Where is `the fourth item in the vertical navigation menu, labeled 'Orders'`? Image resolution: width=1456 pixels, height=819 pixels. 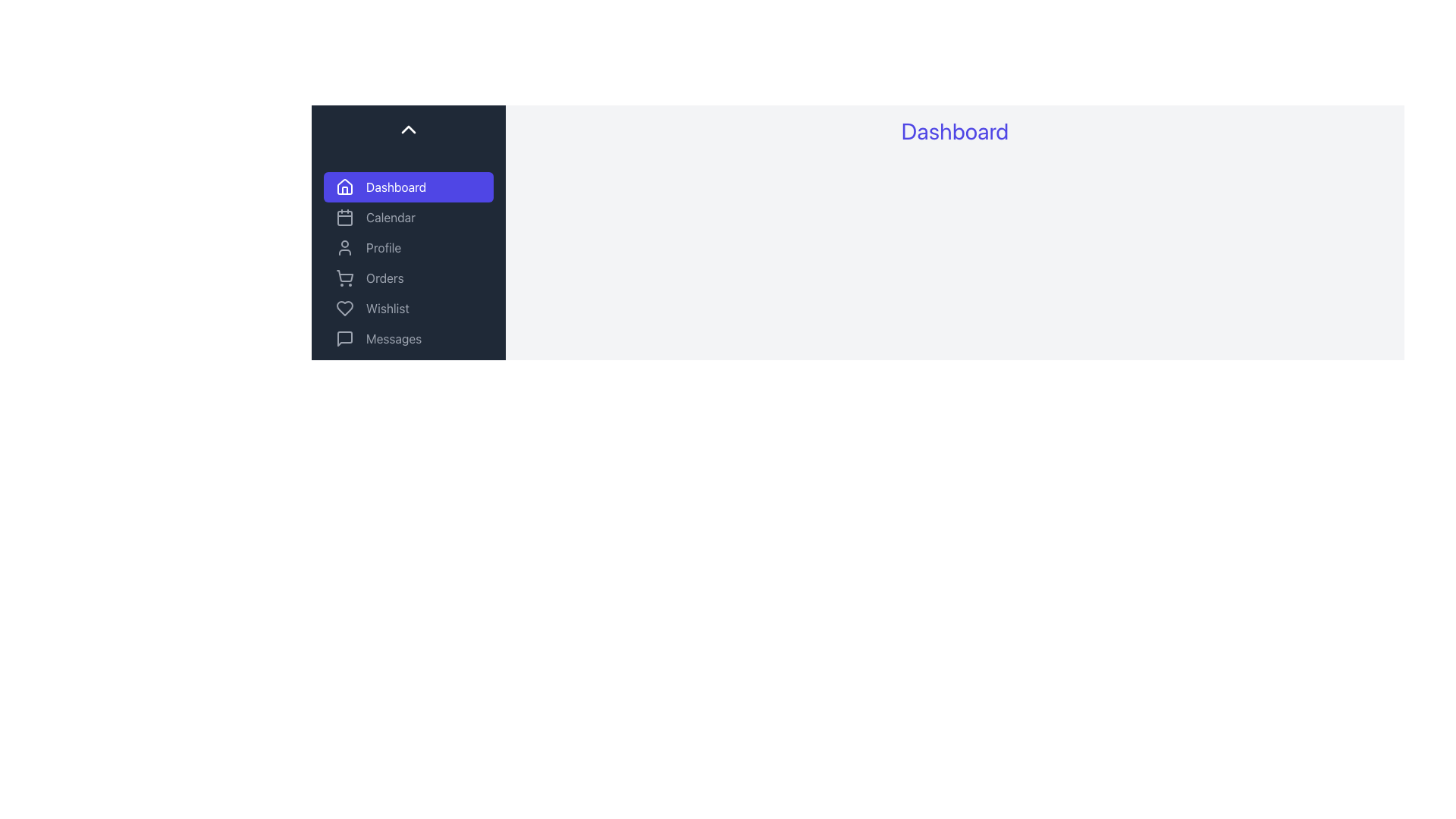 the fourth item in the vertical navigation menu, labeled 'Orders' is located at coordinates (408, 278).